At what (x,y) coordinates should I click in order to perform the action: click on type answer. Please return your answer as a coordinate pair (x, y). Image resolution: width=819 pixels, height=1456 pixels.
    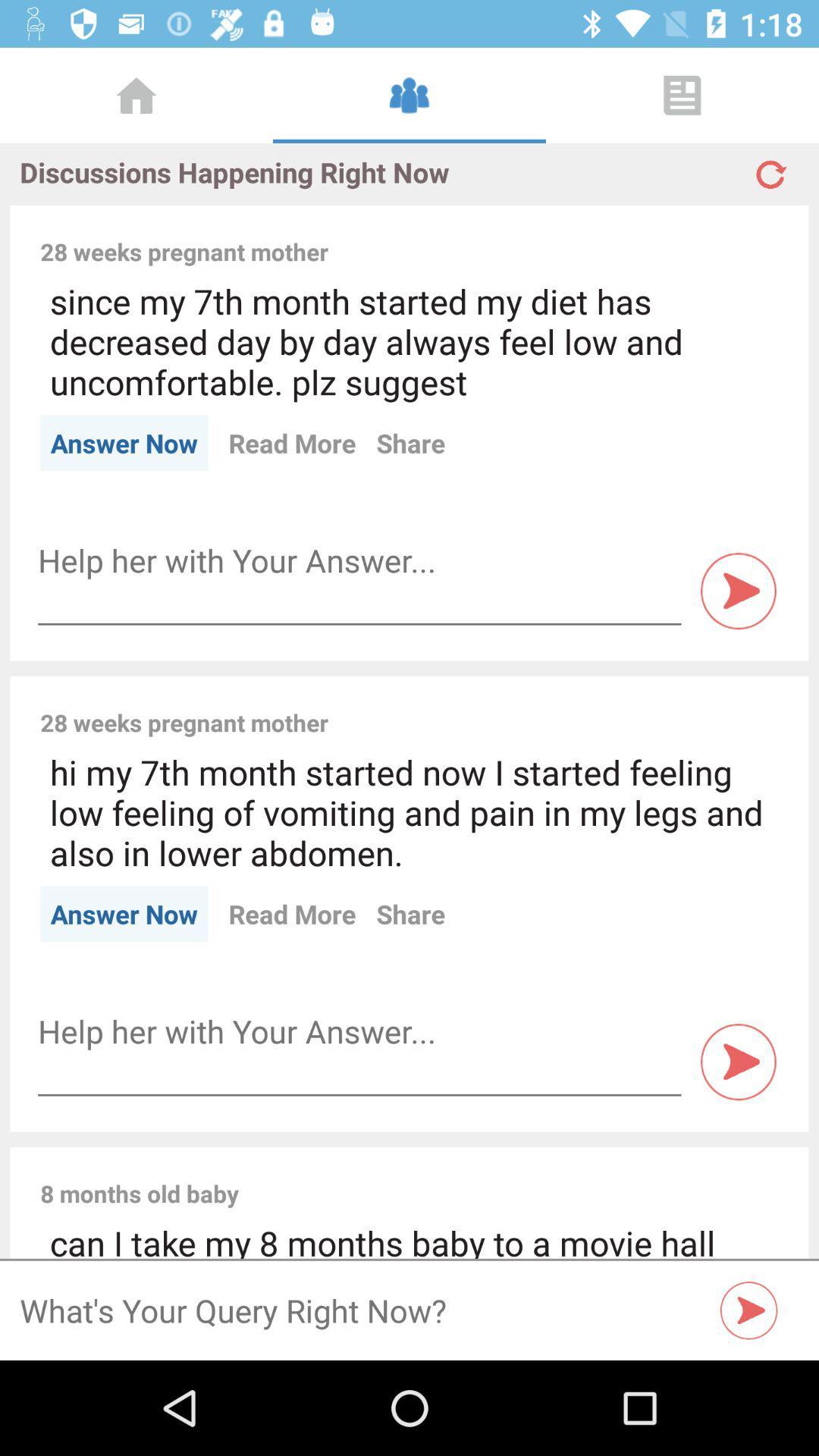
    Looking at the image, I should click on (359, 560).